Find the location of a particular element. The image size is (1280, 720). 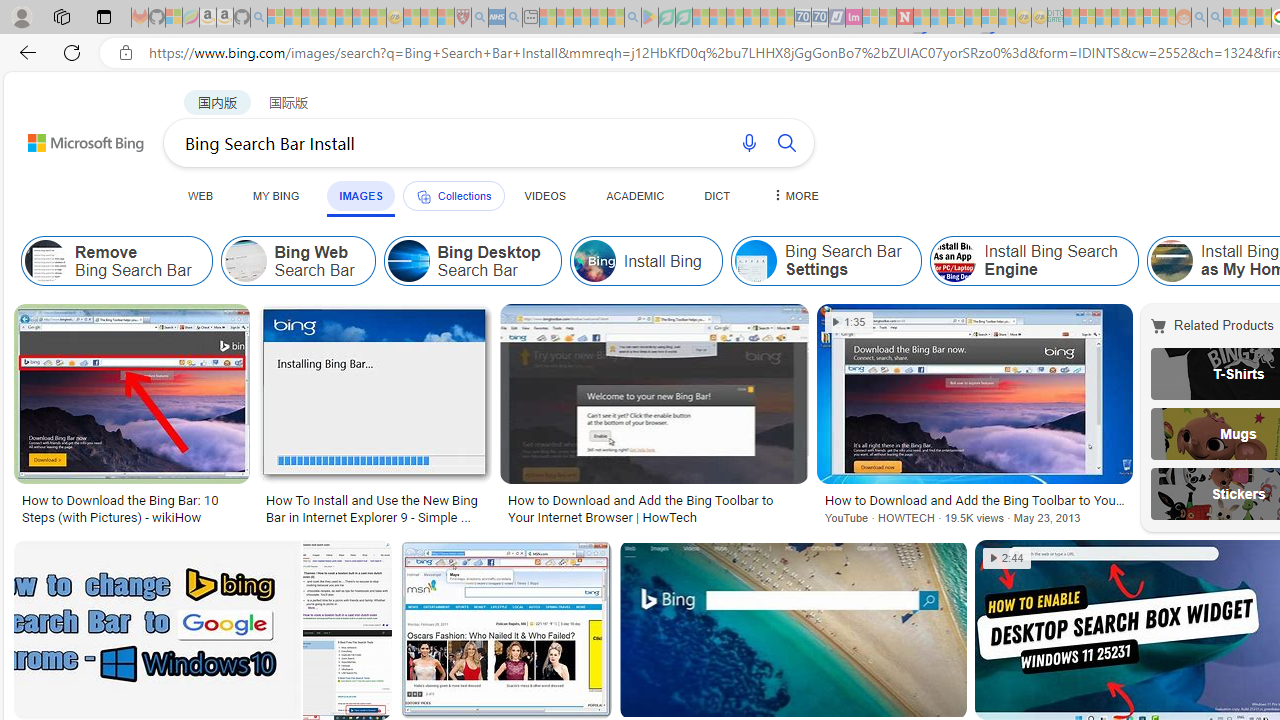

'MSNBC - MSN - Sleeping' is located at coordinates (1070, 17).